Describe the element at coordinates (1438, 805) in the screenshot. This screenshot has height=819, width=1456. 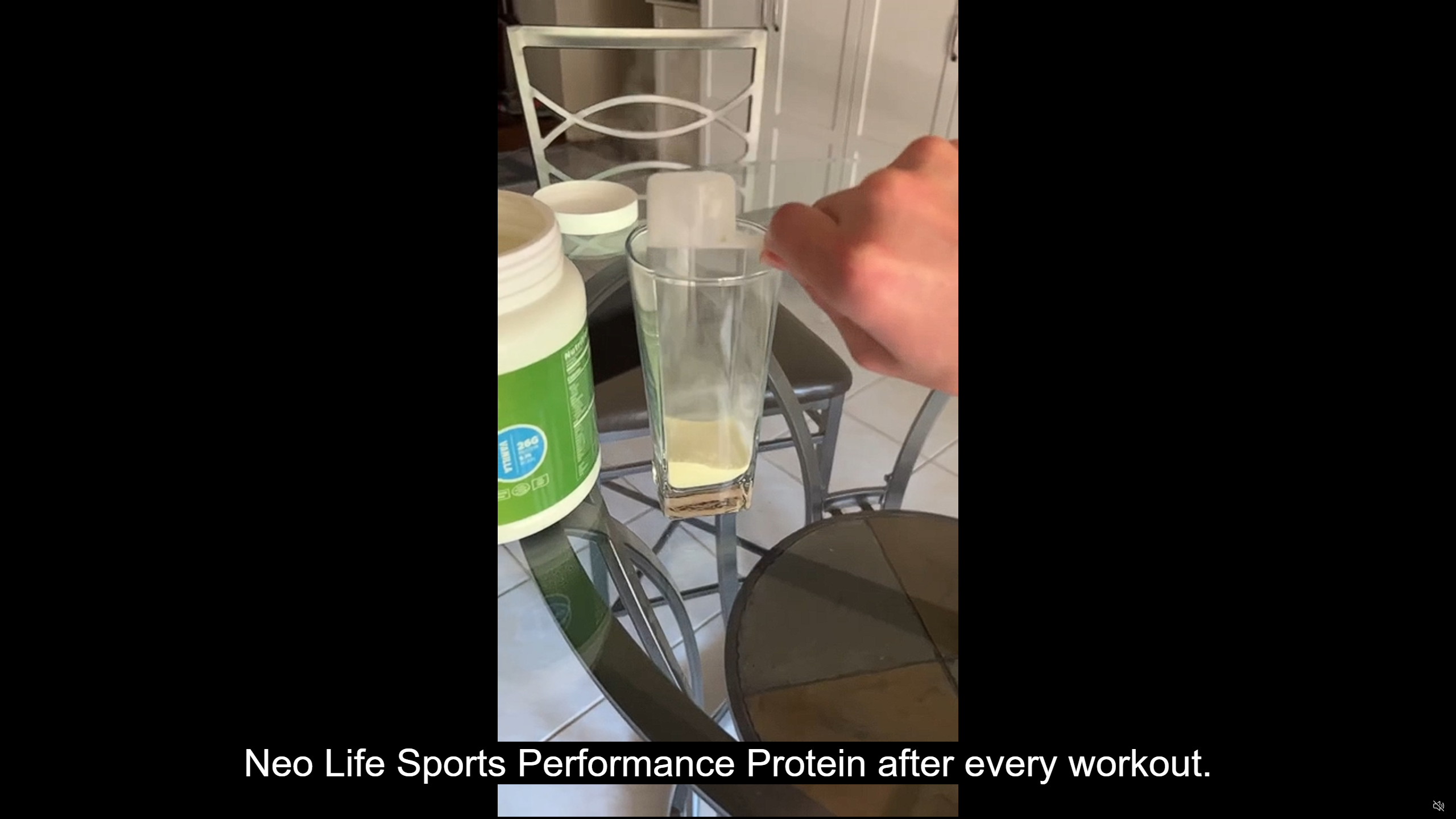
I see `'Unmute'` at that location.